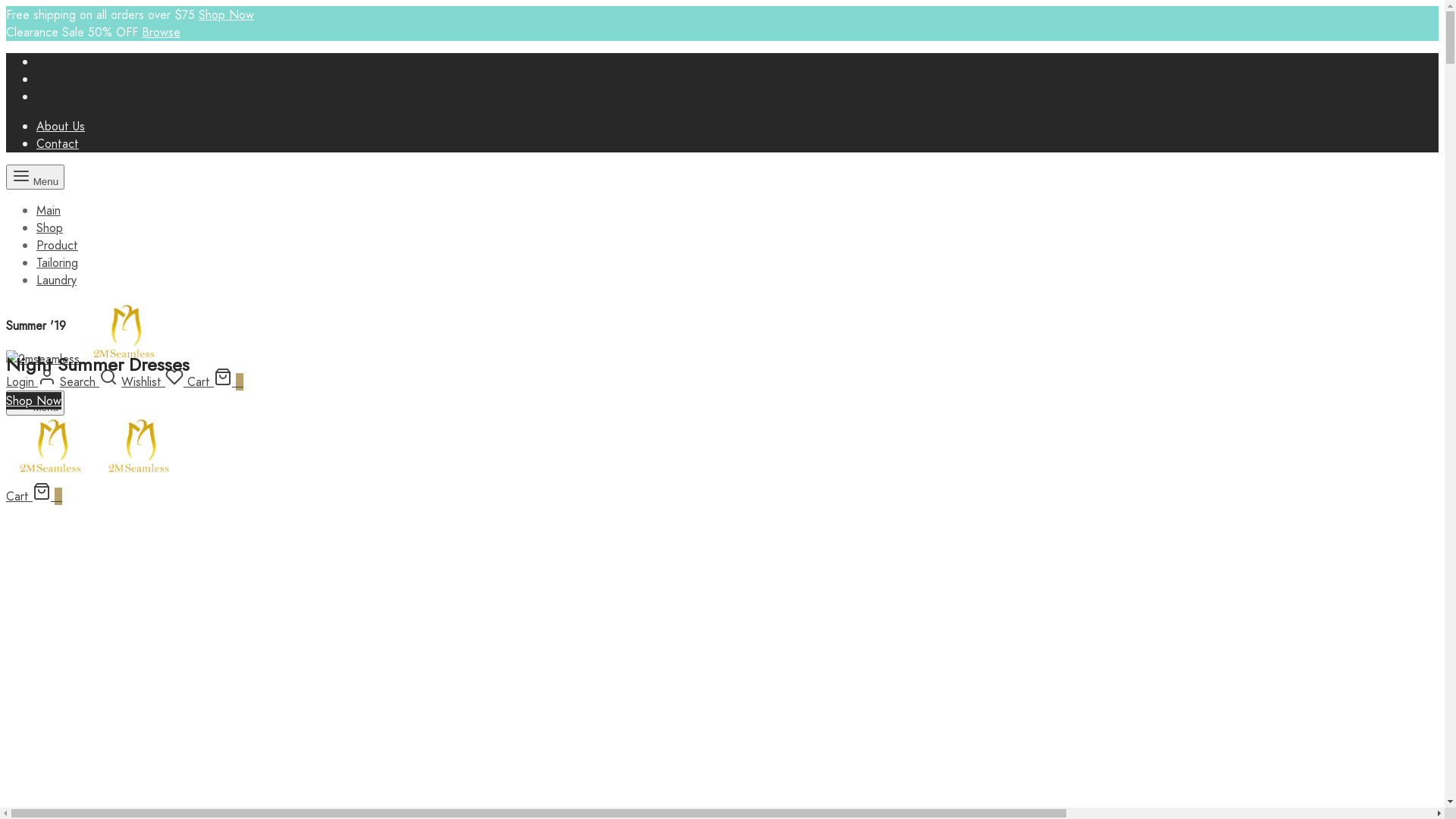  Describe the element at coordinates (36, 262) in the screenshot. I see `'Tailoring'` at that location.